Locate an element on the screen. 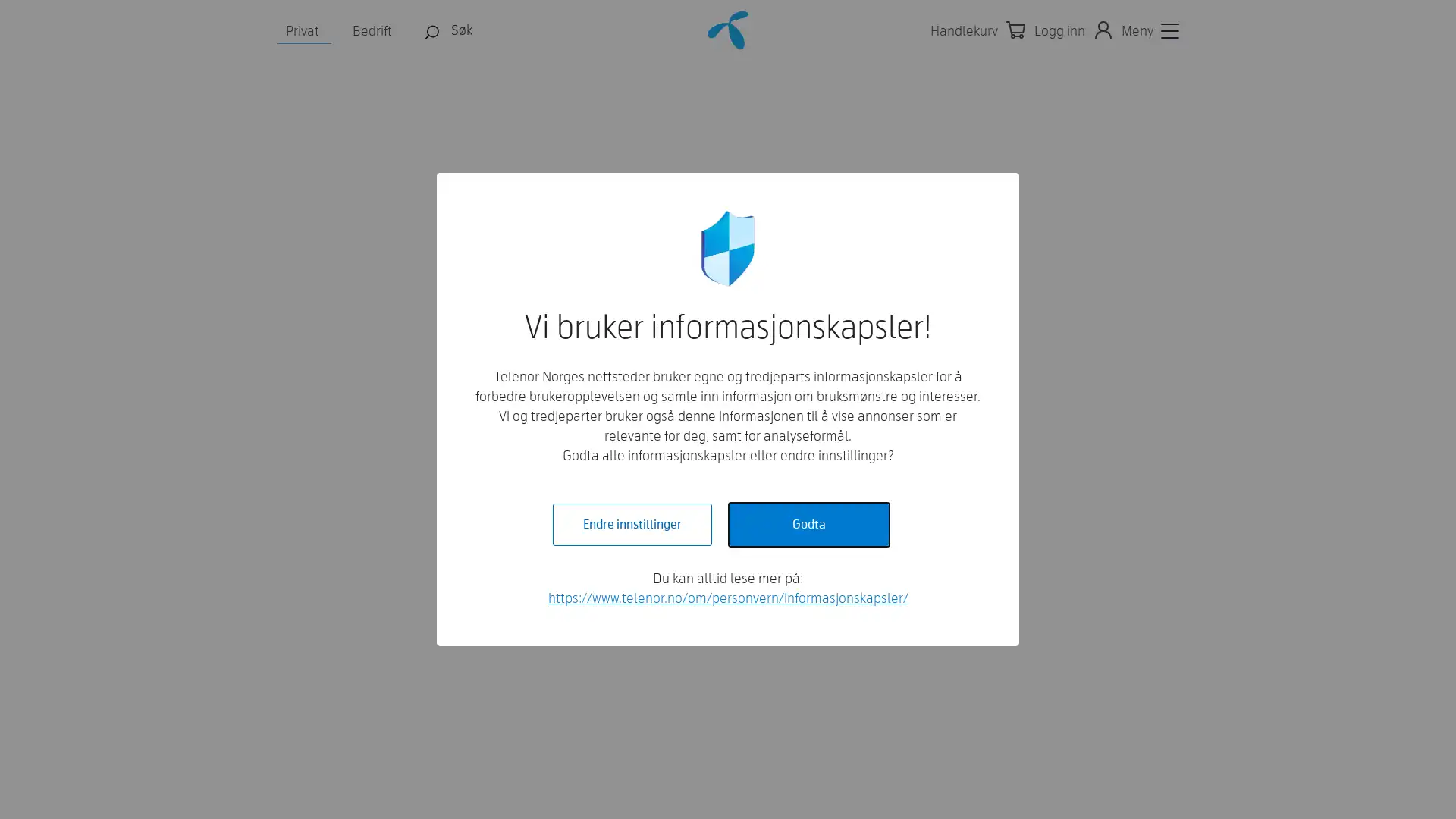 This screenshot has width=1456, height=819. Meny is located at coordinates (1150, 31).